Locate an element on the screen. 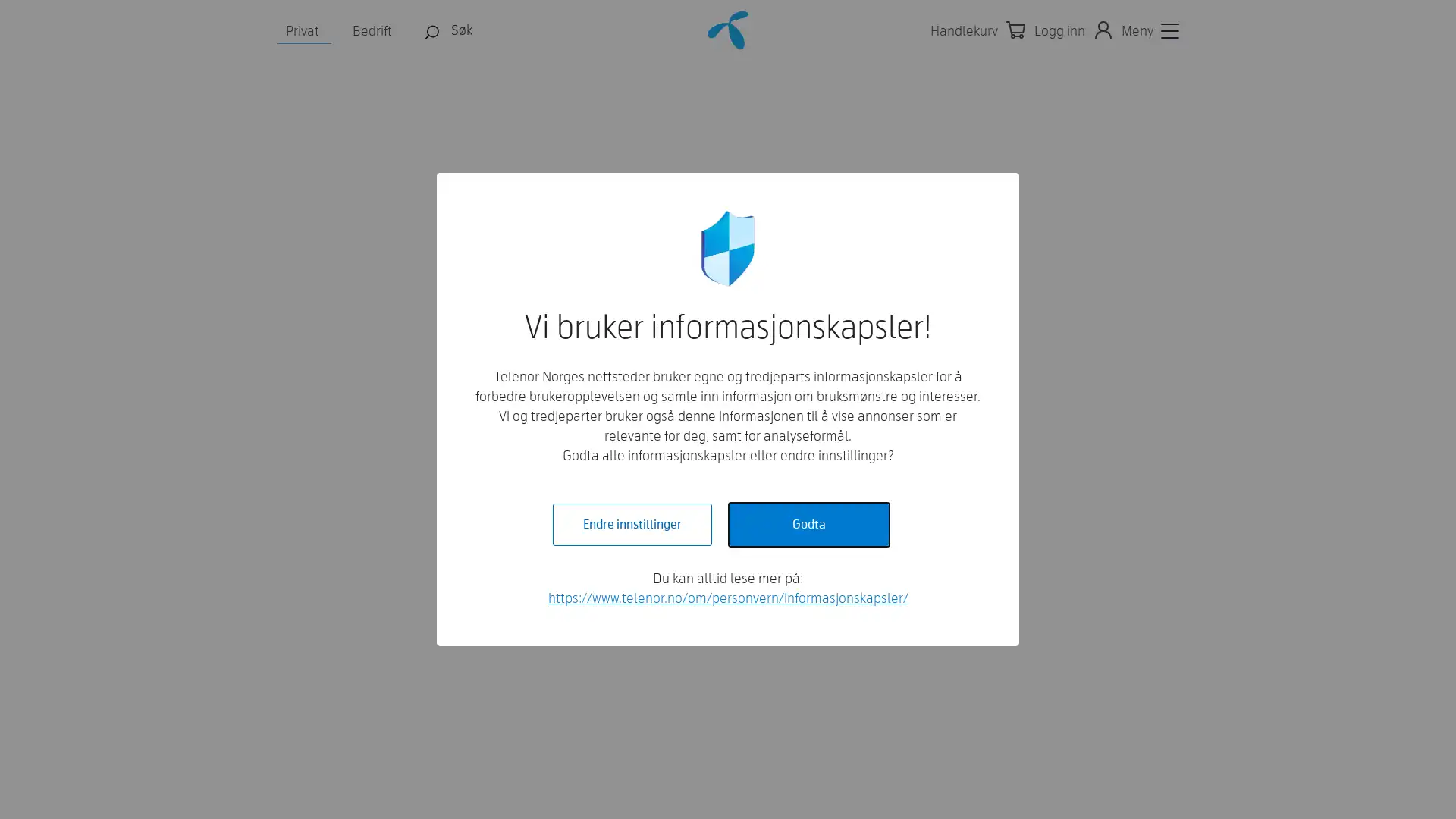 This screenshot has width=1456, height=819. Meny is located at coordinates (1150, 31).